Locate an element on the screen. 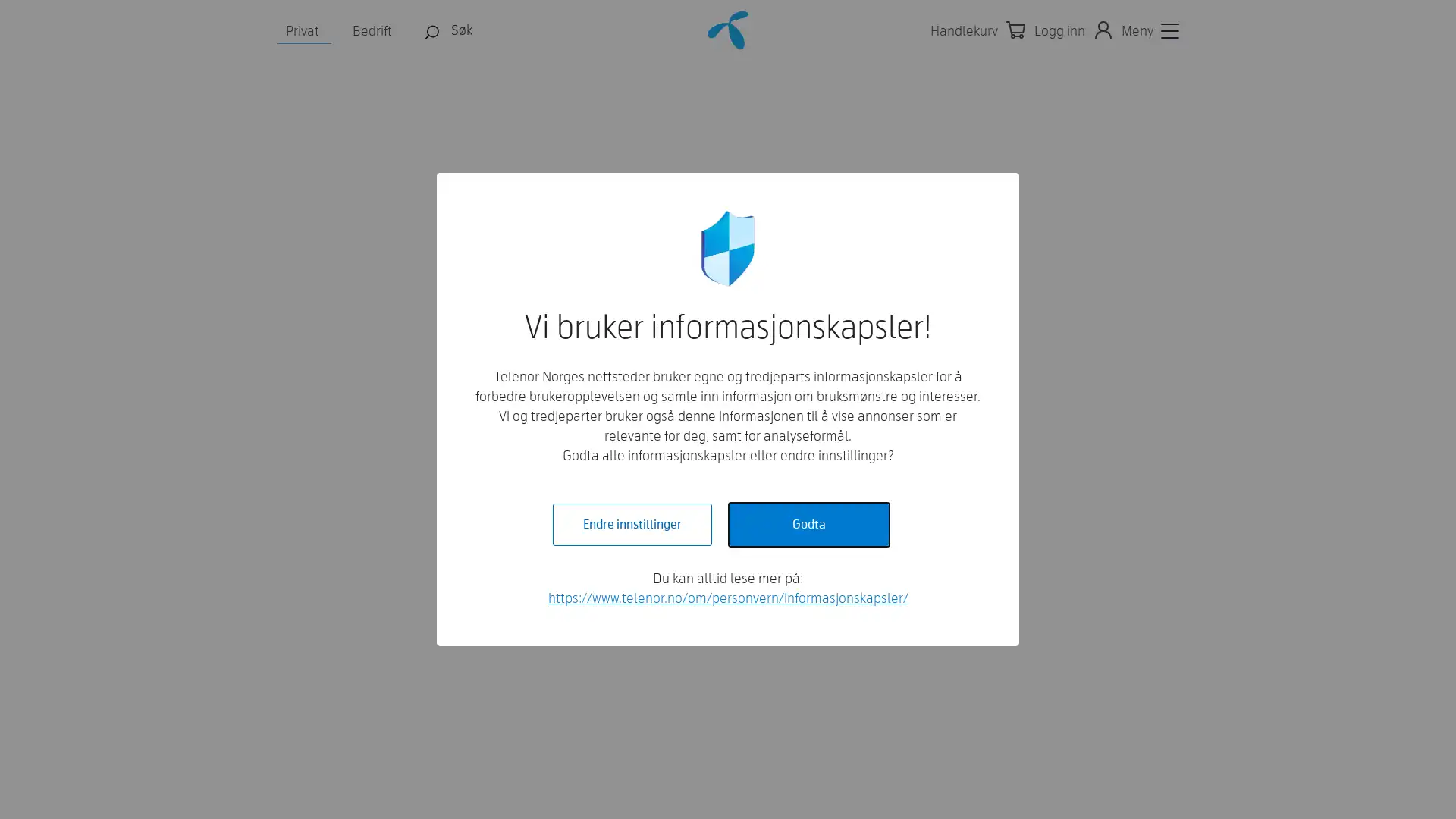 This screenshot has width=1456, height=819. Meny is located at coordinates (1150, 31).